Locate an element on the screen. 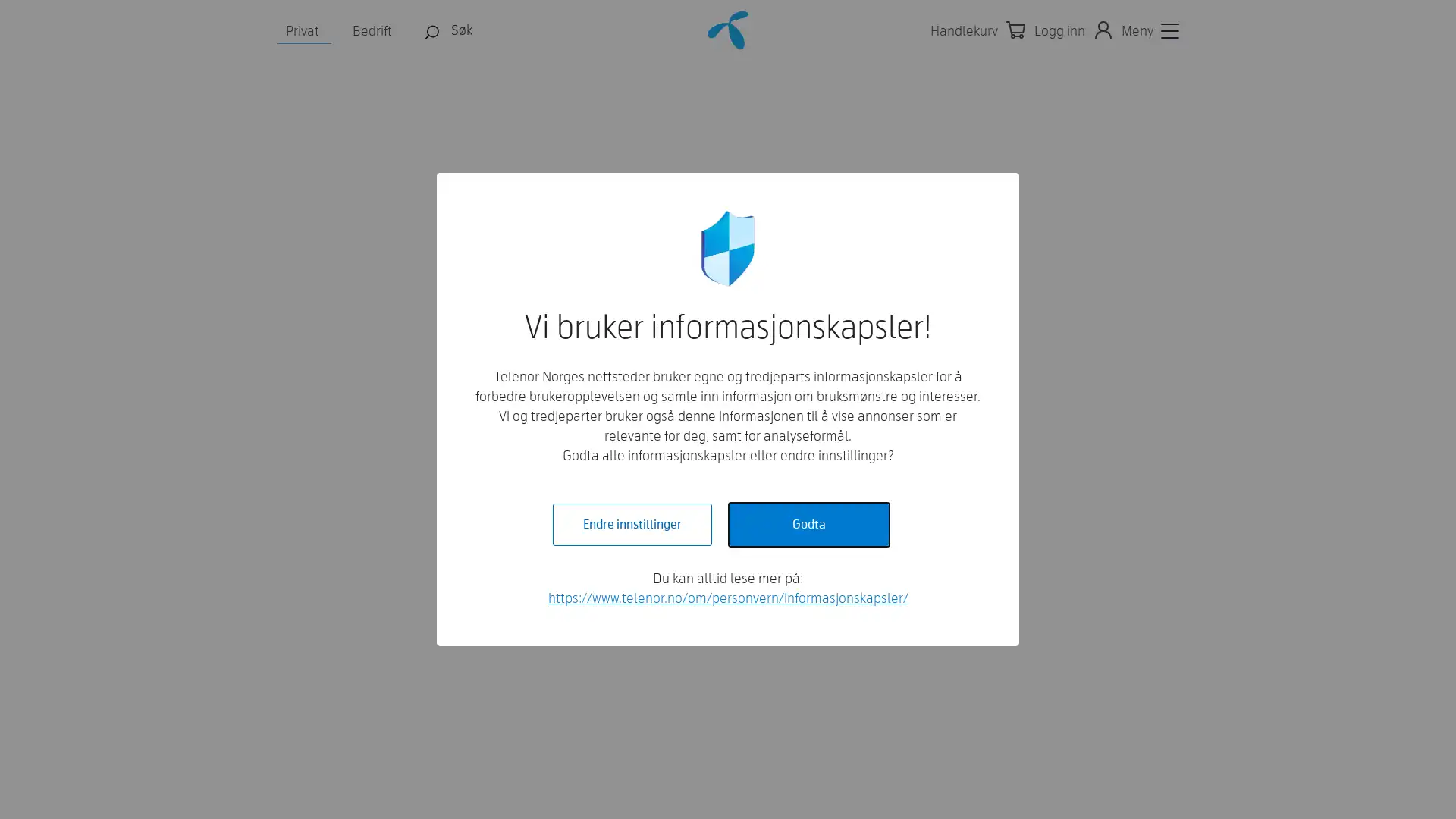 This screenshot has width=1456, height=819. Meny is located at coordinates (1150, 31).